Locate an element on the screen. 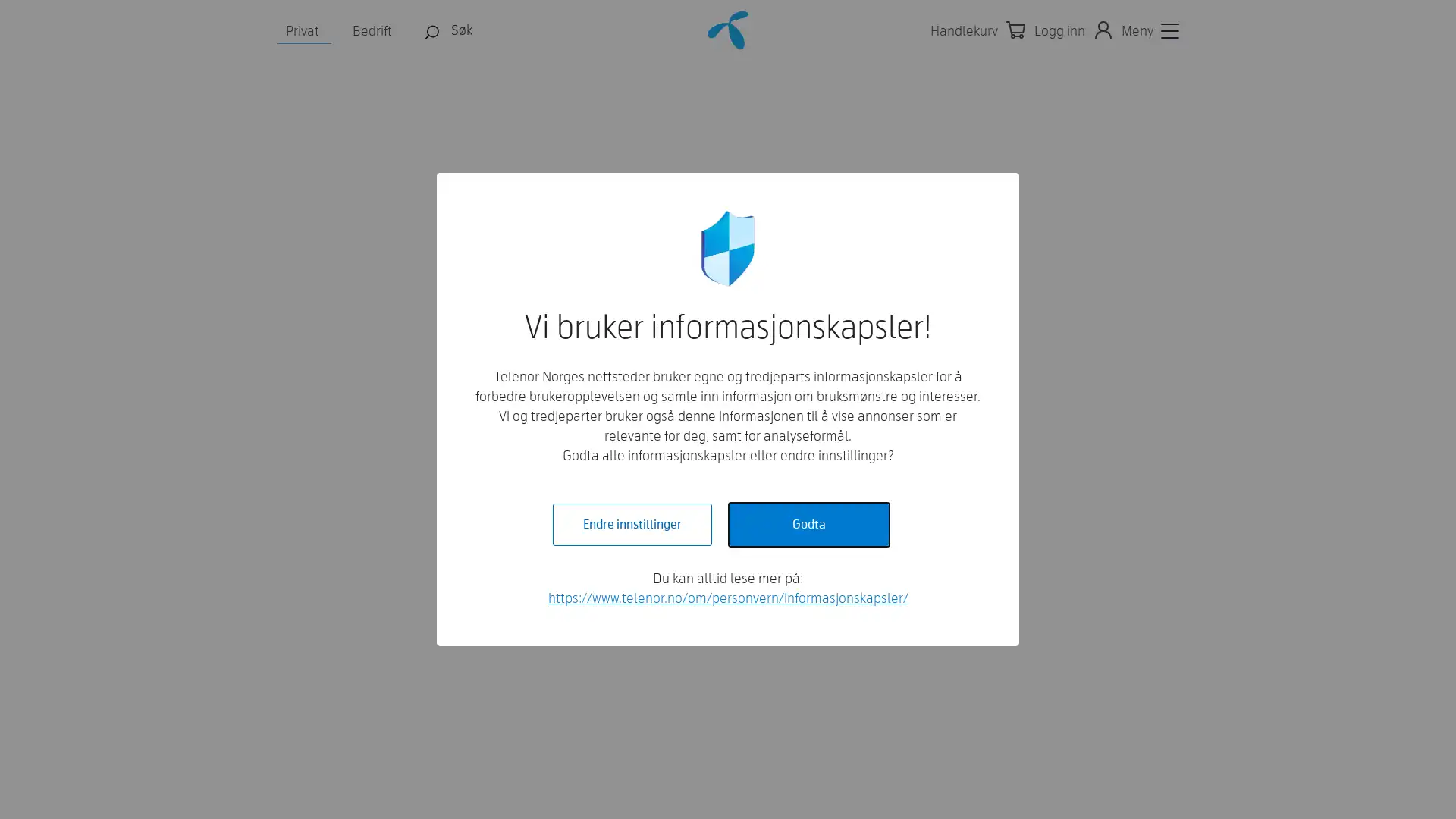 This screenshot has width=1456, height=819. Meny is located at coordinates (1150, 31).